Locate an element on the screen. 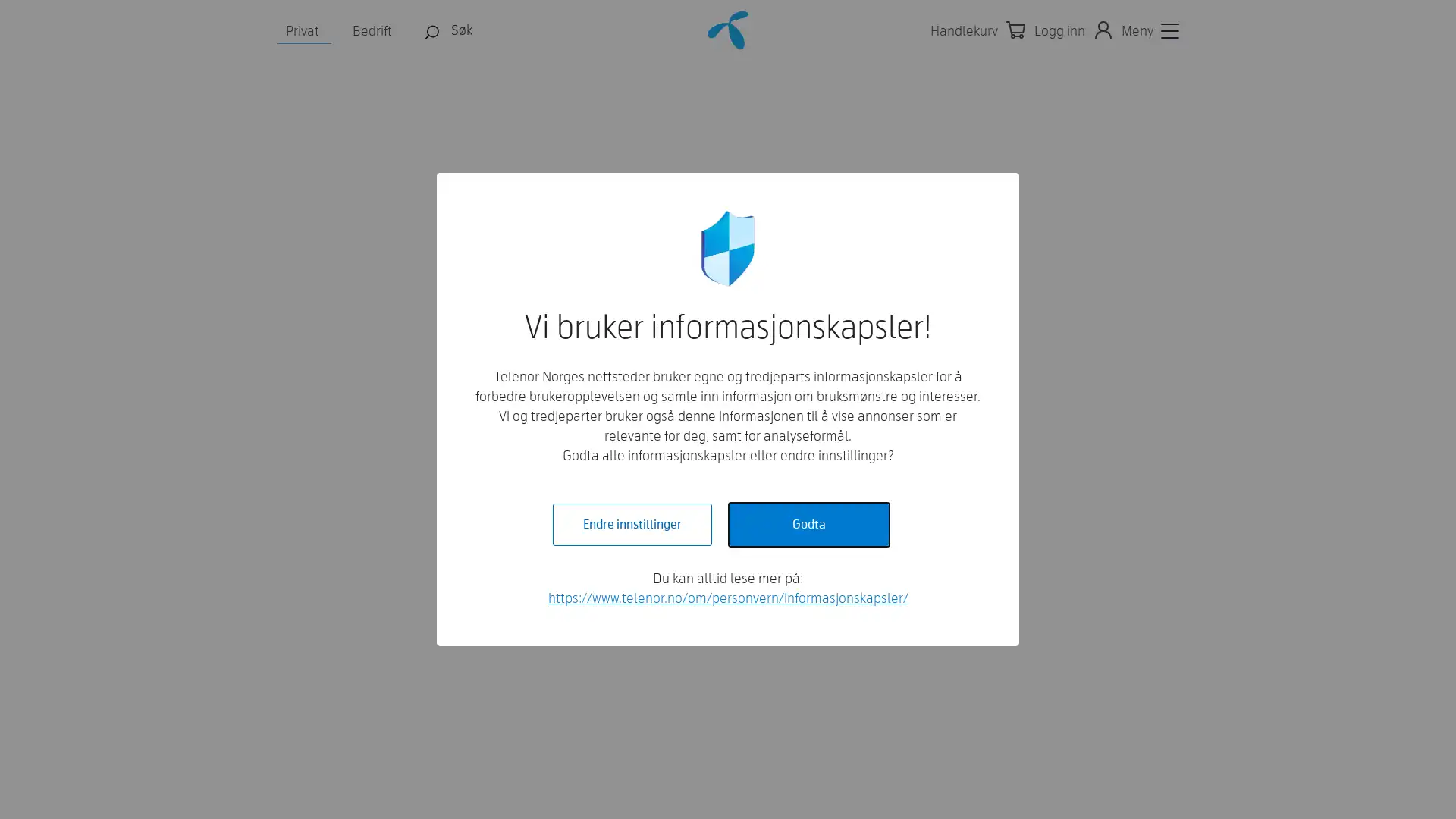 This screenshot has width=1456, height=819. Meny is located at coordinates (1150, 31).